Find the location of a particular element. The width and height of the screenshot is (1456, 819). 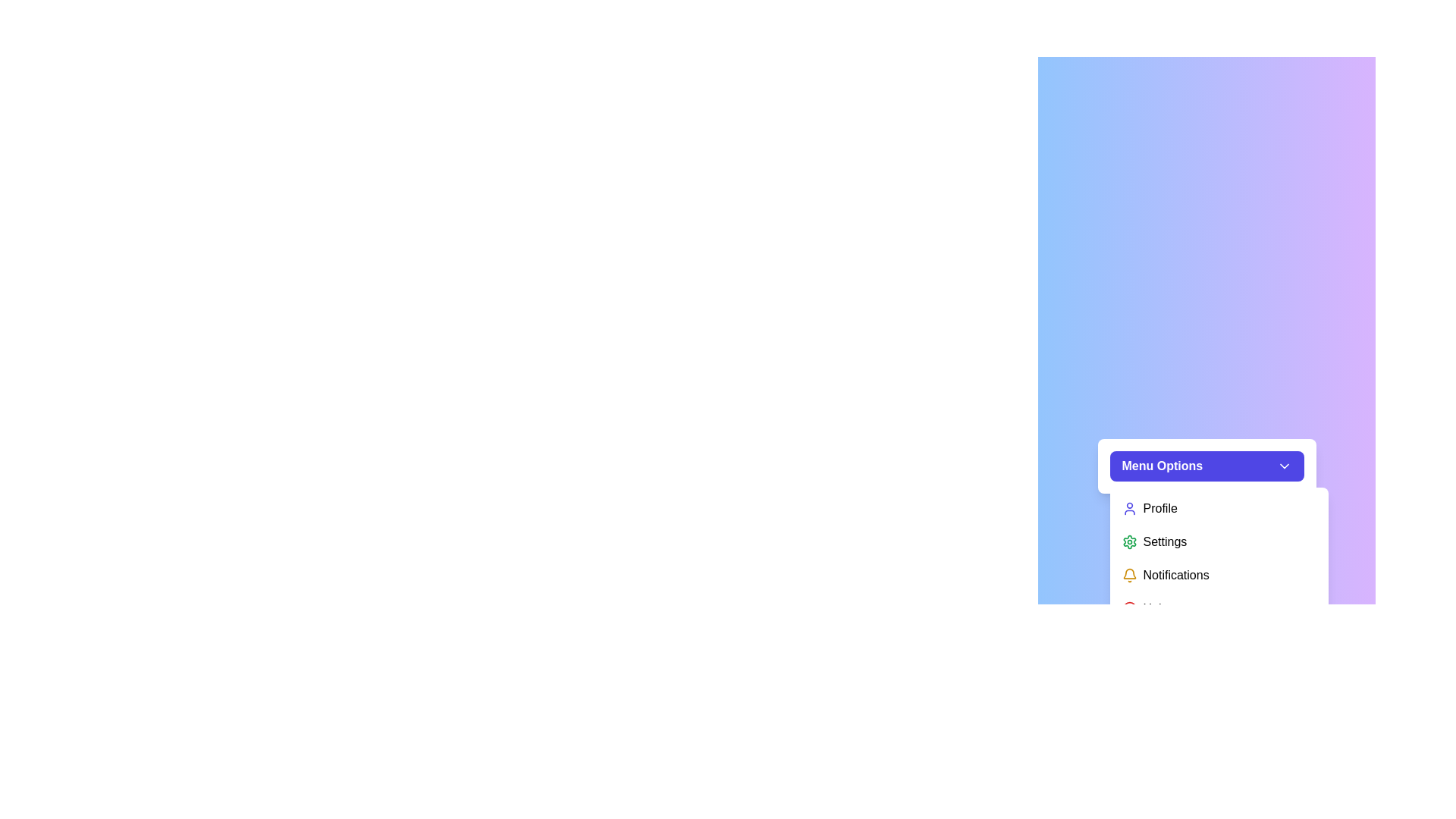

the 'Profile' icon located to the left of the 'Profile' text in the vertical menu is located at coordinates (1129, 509).